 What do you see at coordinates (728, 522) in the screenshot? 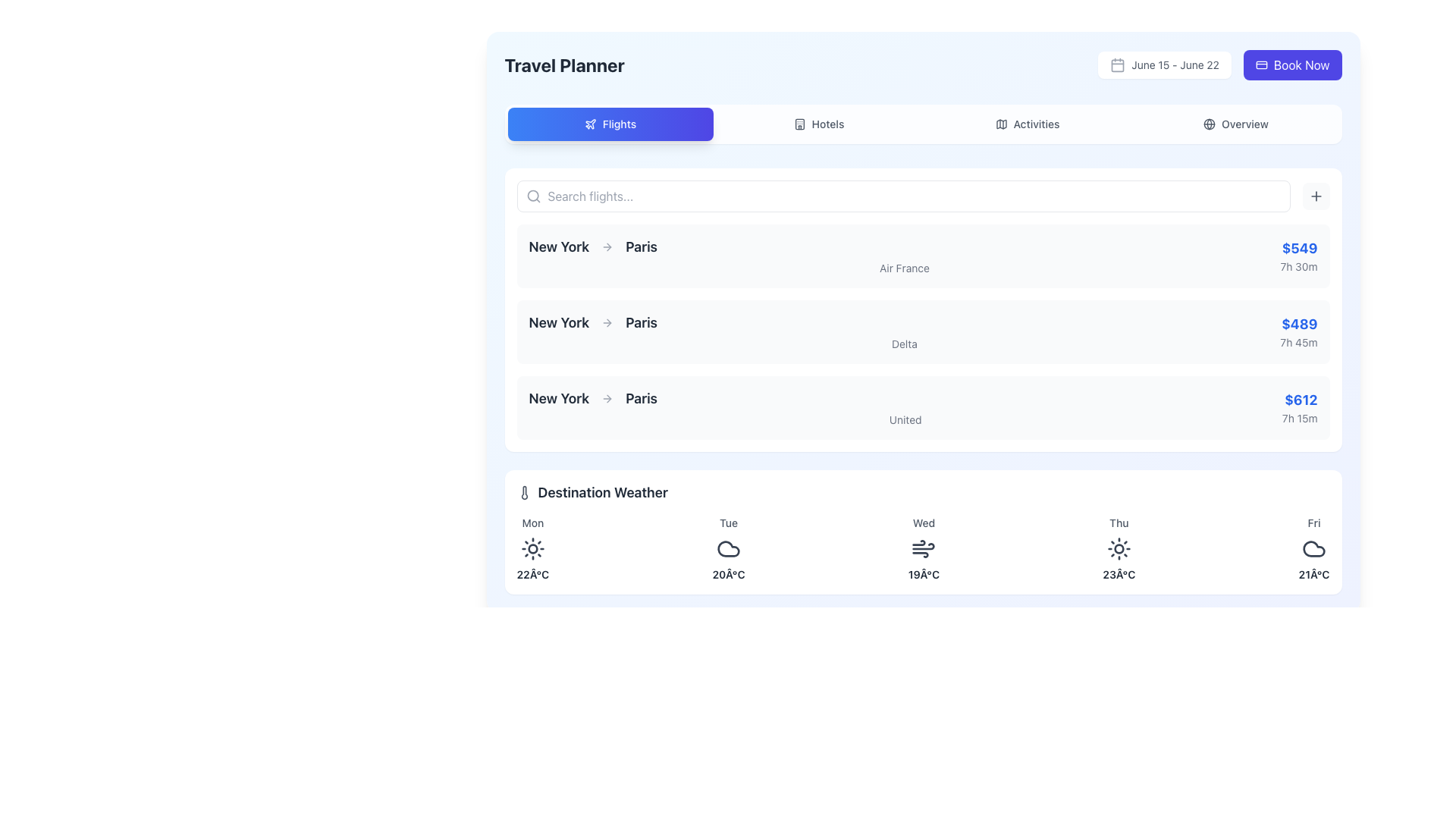
I see `the text label representing the second day of the summarized weather forecast, which is positioned directly above a weather icon and temperature` at bounding box center [728, 522].